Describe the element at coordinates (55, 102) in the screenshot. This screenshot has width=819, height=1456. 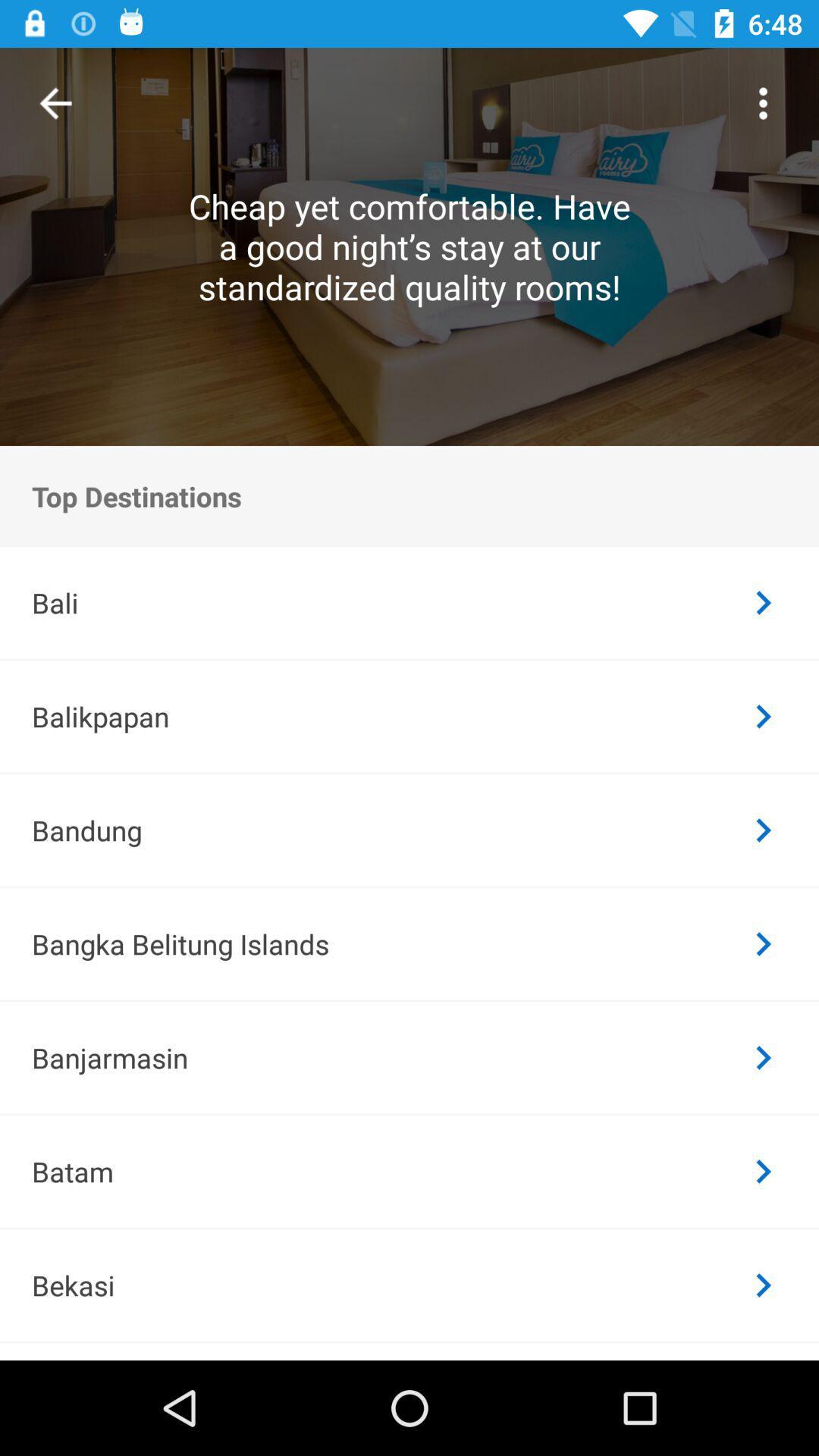
I see `the icon next to cheap yet comfortable icon` at that location.